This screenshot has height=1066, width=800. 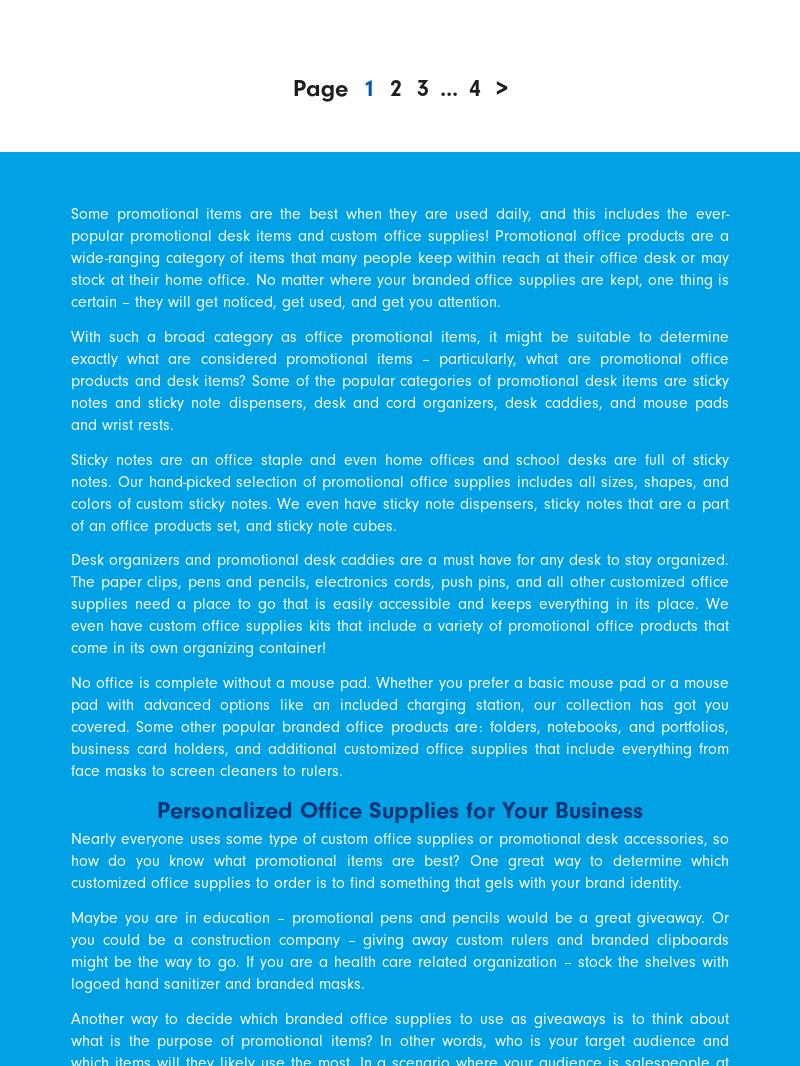 I want to click on 'With such a broad category as office promotional items, it might be suitable to determine exactly what are considered promotional items – particularly, what are promotional office products and desk items? Some of the popular categories of promotional desk items are sticky notes and sticky note dispensers, desk and cord organizers, desk caddies, and mouse pads and wrist rests.', so click(x=400, y=380).